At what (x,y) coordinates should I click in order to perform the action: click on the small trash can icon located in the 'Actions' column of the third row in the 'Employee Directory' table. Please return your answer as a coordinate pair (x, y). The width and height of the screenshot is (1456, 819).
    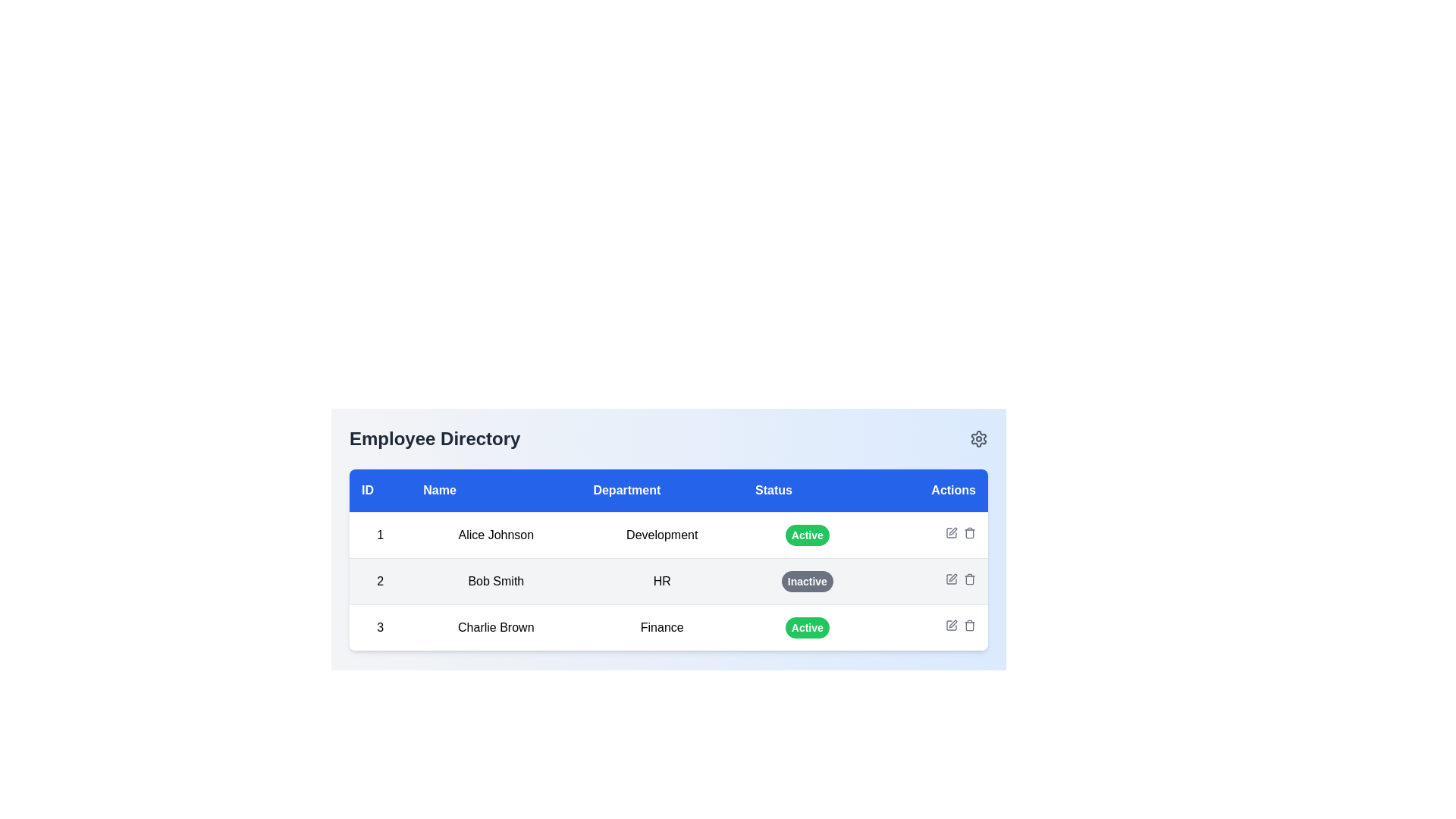
    Looking at the image, I should click on (968, 626).